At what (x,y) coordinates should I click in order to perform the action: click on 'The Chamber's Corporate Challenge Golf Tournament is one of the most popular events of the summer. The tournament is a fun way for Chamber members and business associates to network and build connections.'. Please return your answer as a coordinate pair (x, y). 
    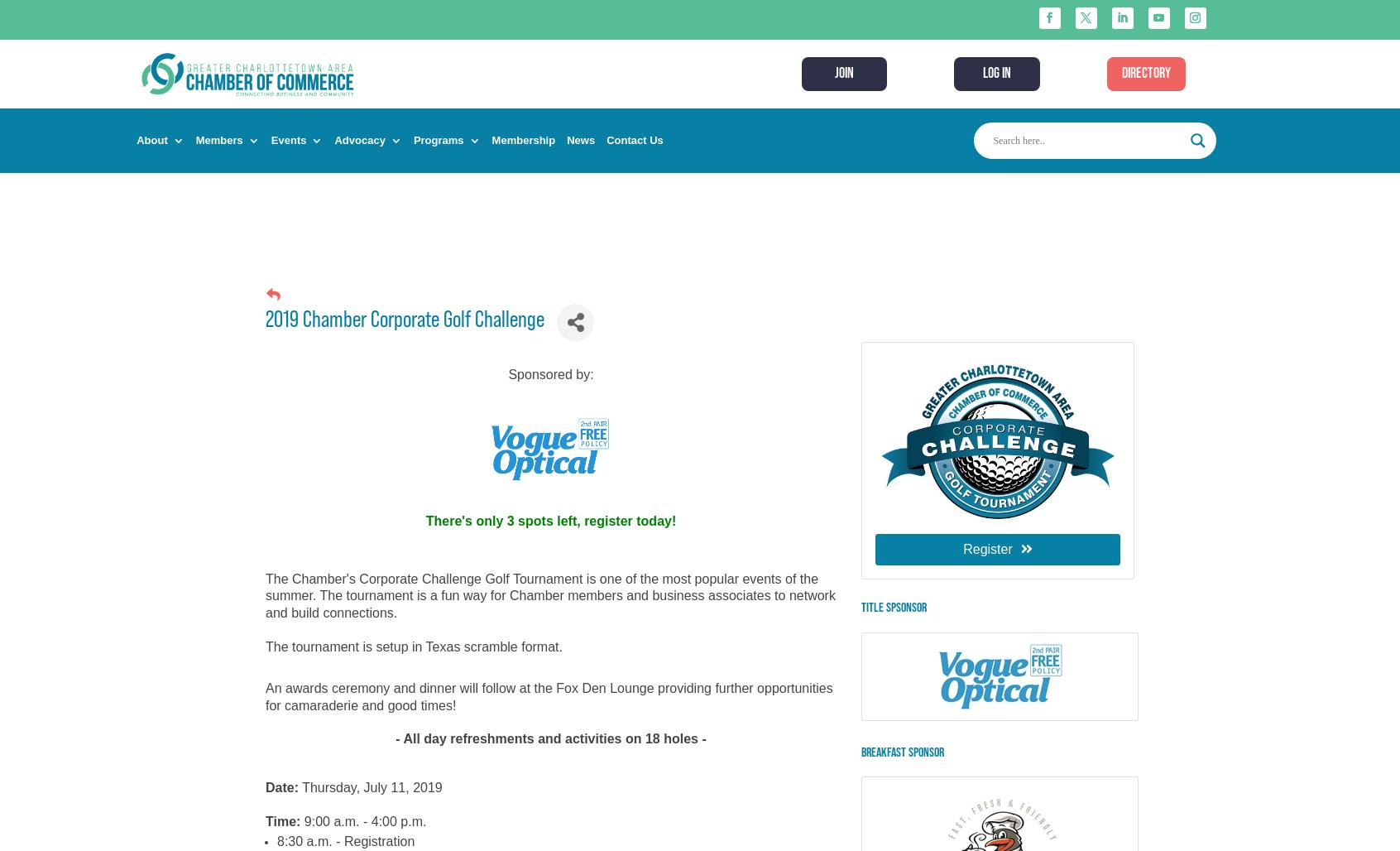
    Looking at the image, I should click on (549, 594).